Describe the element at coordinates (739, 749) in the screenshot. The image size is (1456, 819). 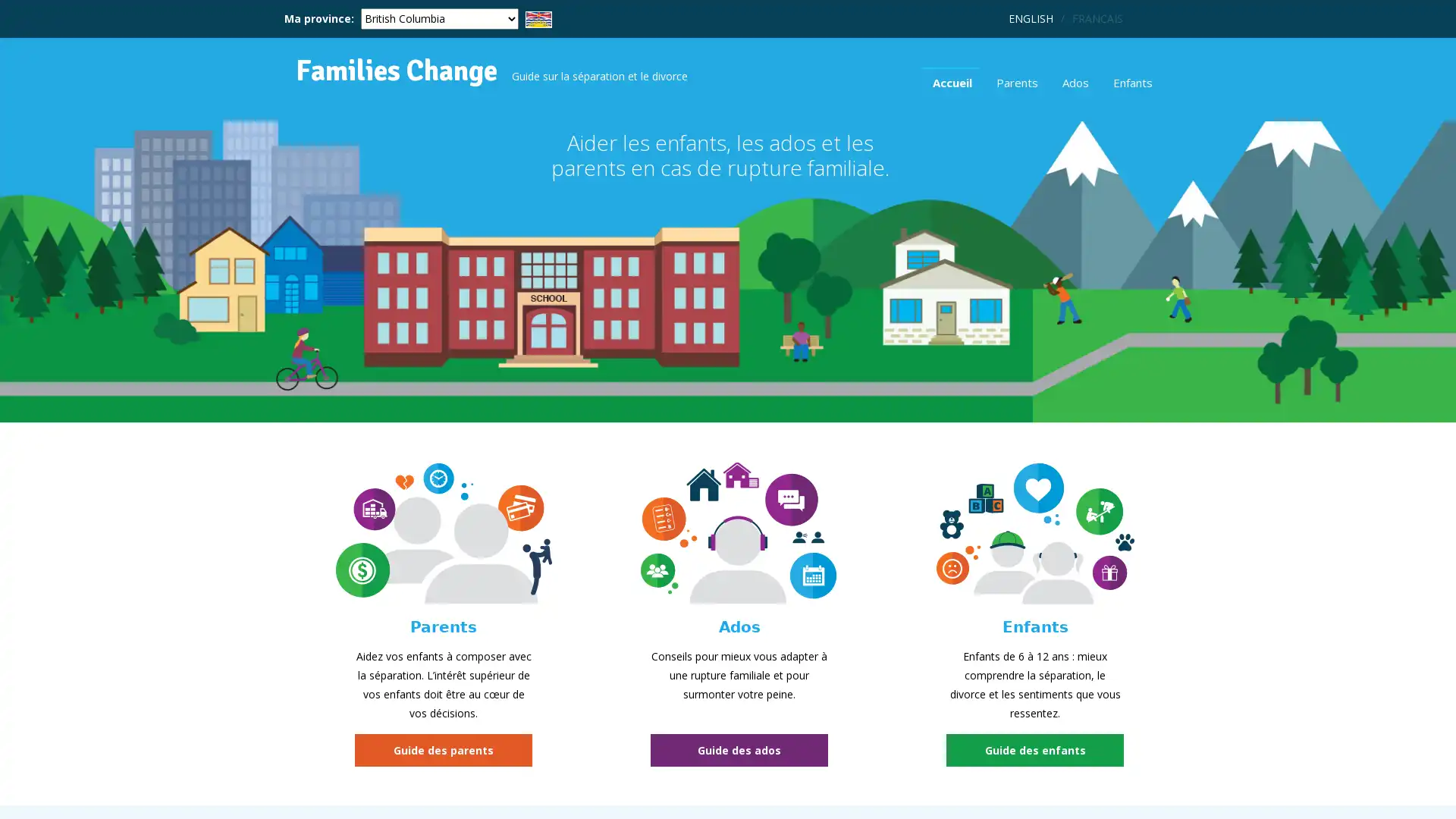
I see `Guide des ados` at that location.